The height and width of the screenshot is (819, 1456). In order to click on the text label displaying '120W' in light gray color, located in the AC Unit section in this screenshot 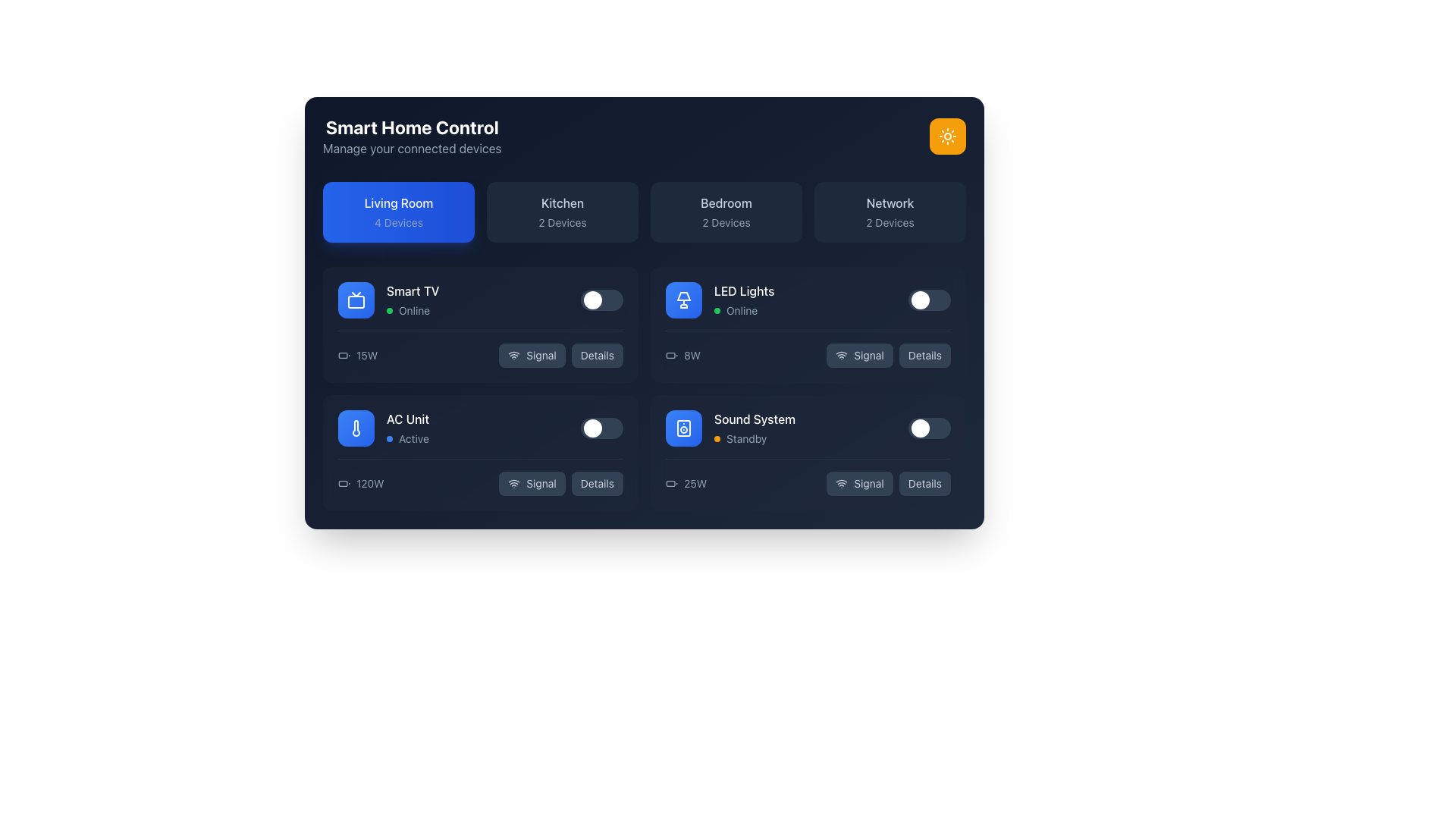, I will do `click(370, 483)`.